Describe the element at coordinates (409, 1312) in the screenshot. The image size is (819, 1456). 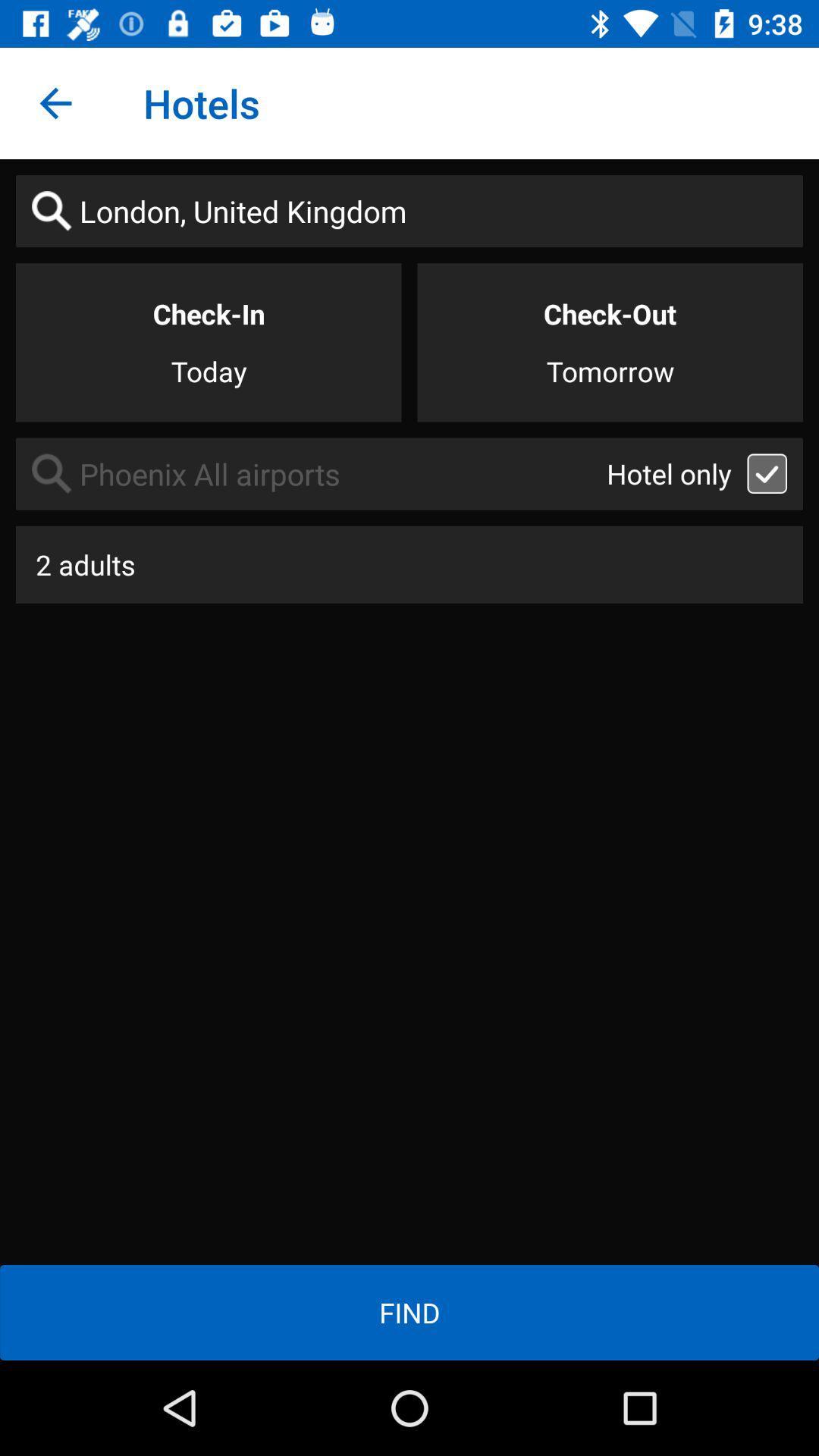
I see `item below 2 adults icon` at that location.